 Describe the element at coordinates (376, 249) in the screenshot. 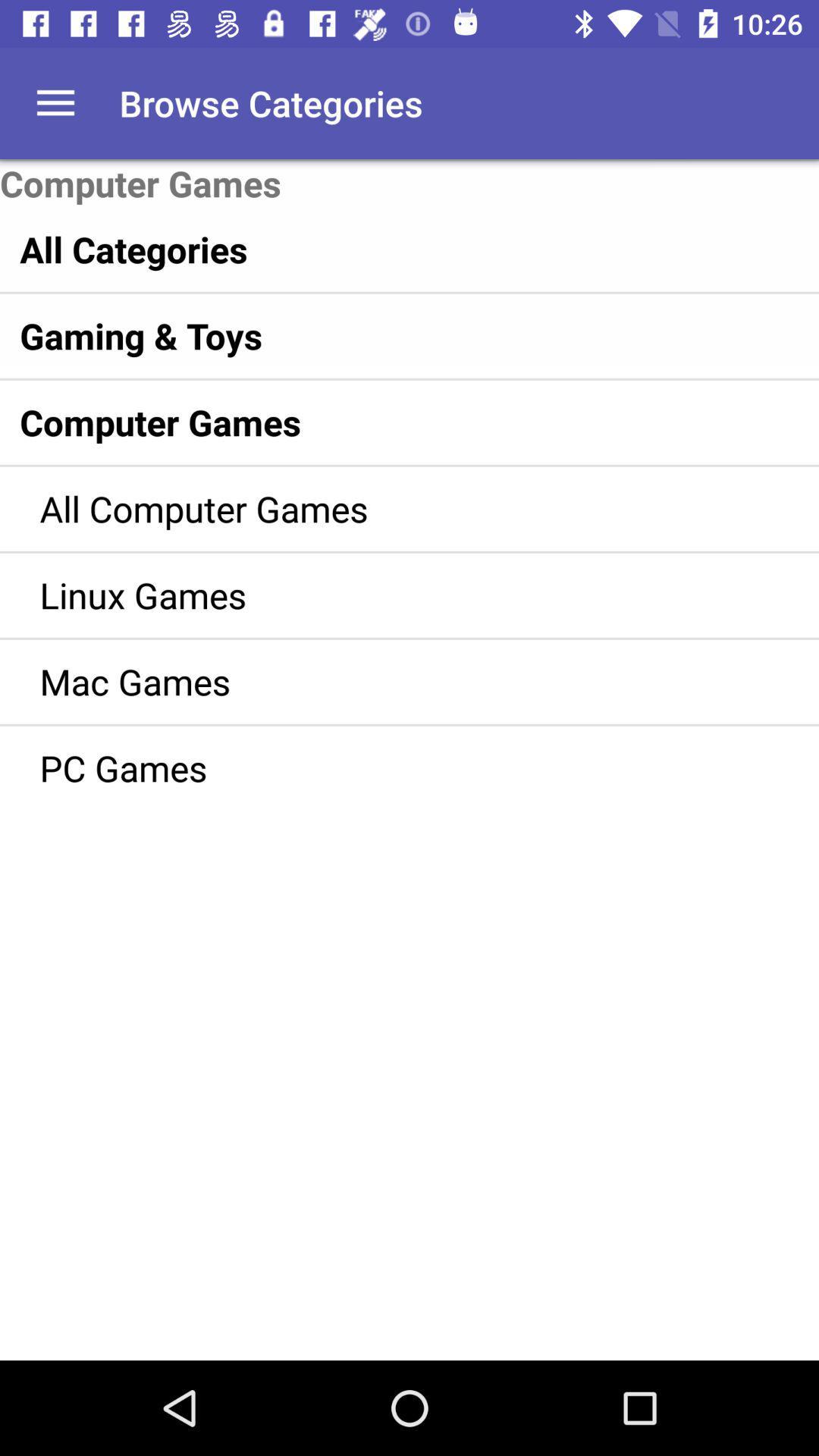

I see `the icon below the computer games icon` at that location.